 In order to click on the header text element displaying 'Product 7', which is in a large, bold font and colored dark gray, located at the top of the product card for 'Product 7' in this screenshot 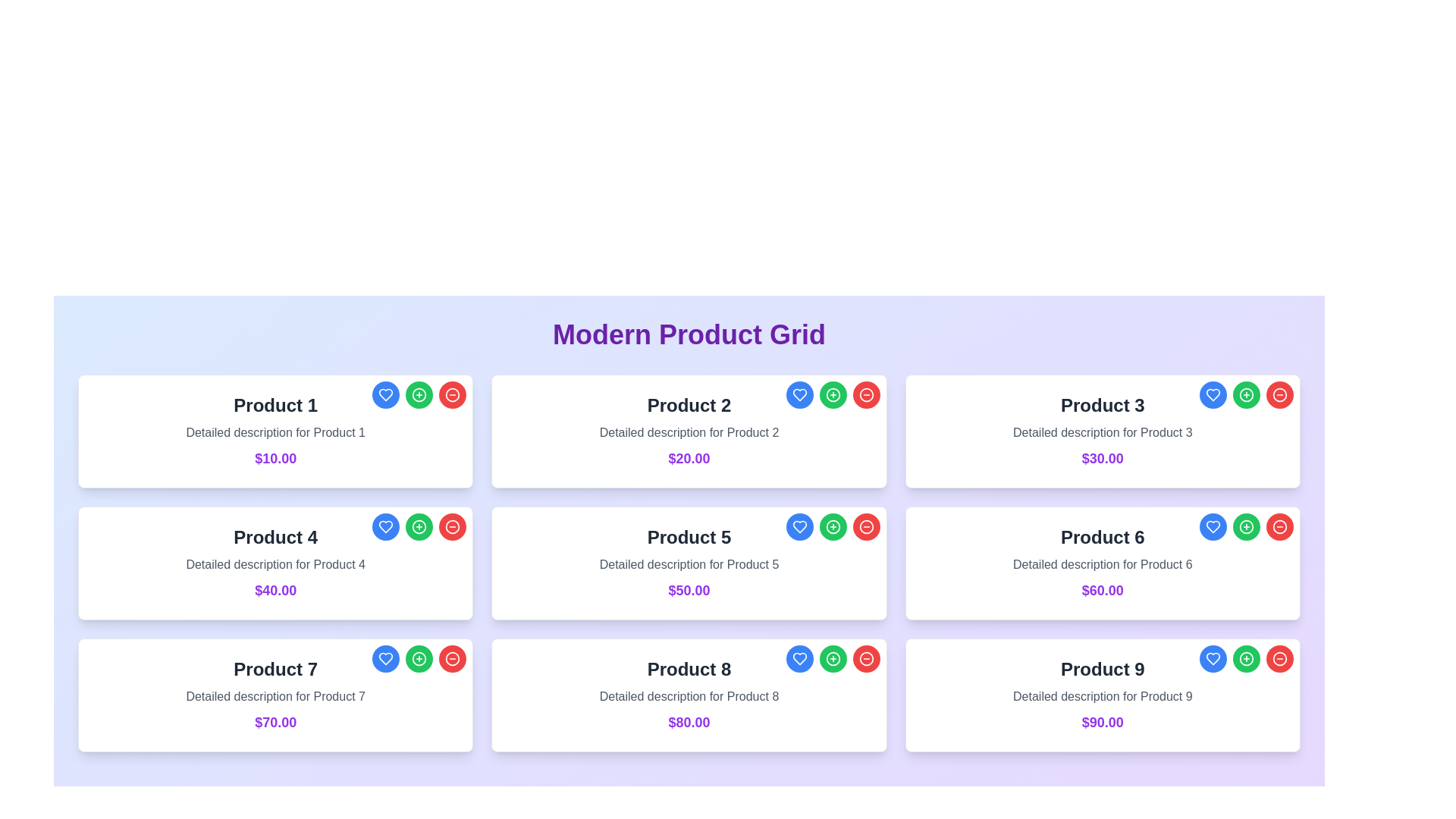, I will do `click(275, 669)`.